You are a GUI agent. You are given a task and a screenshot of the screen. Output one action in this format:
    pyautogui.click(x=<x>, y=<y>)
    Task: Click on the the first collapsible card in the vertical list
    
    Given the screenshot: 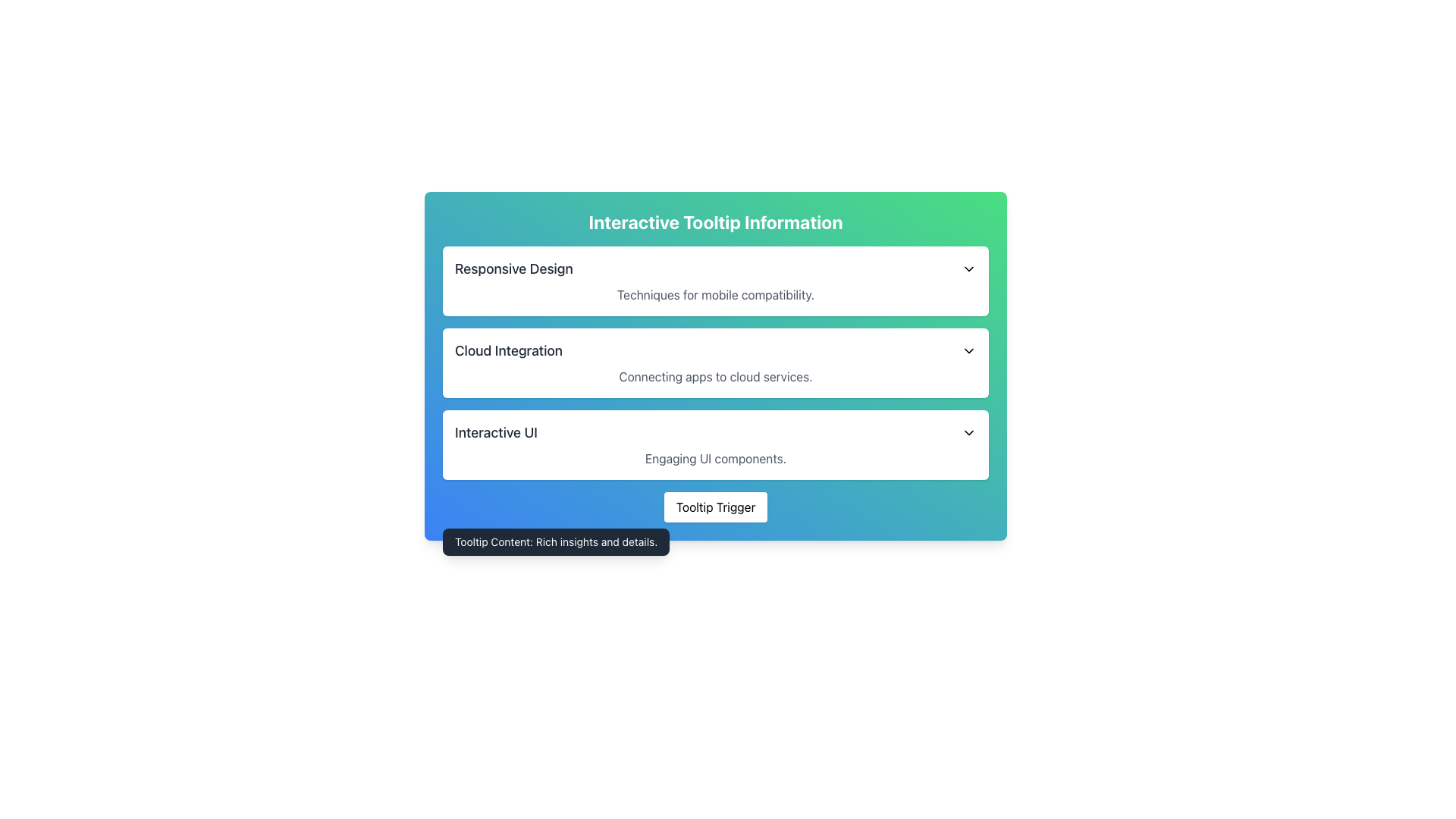 What is the action you would take?
    pyautogui.click(x=715, y=281)
    